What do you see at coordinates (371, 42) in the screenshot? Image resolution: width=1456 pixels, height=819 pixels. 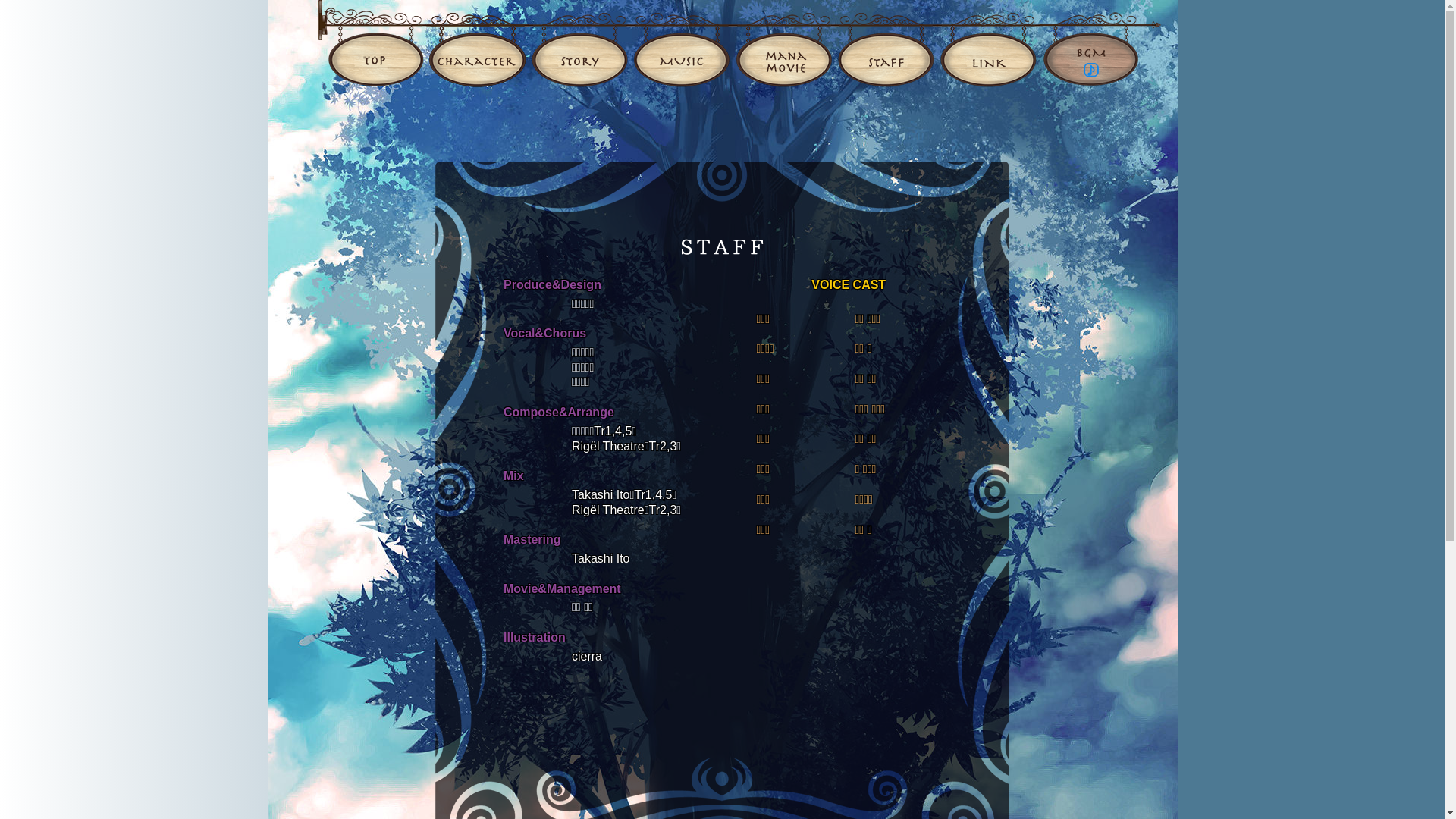 I see `'TOP'` at bounding box center [371, 42].